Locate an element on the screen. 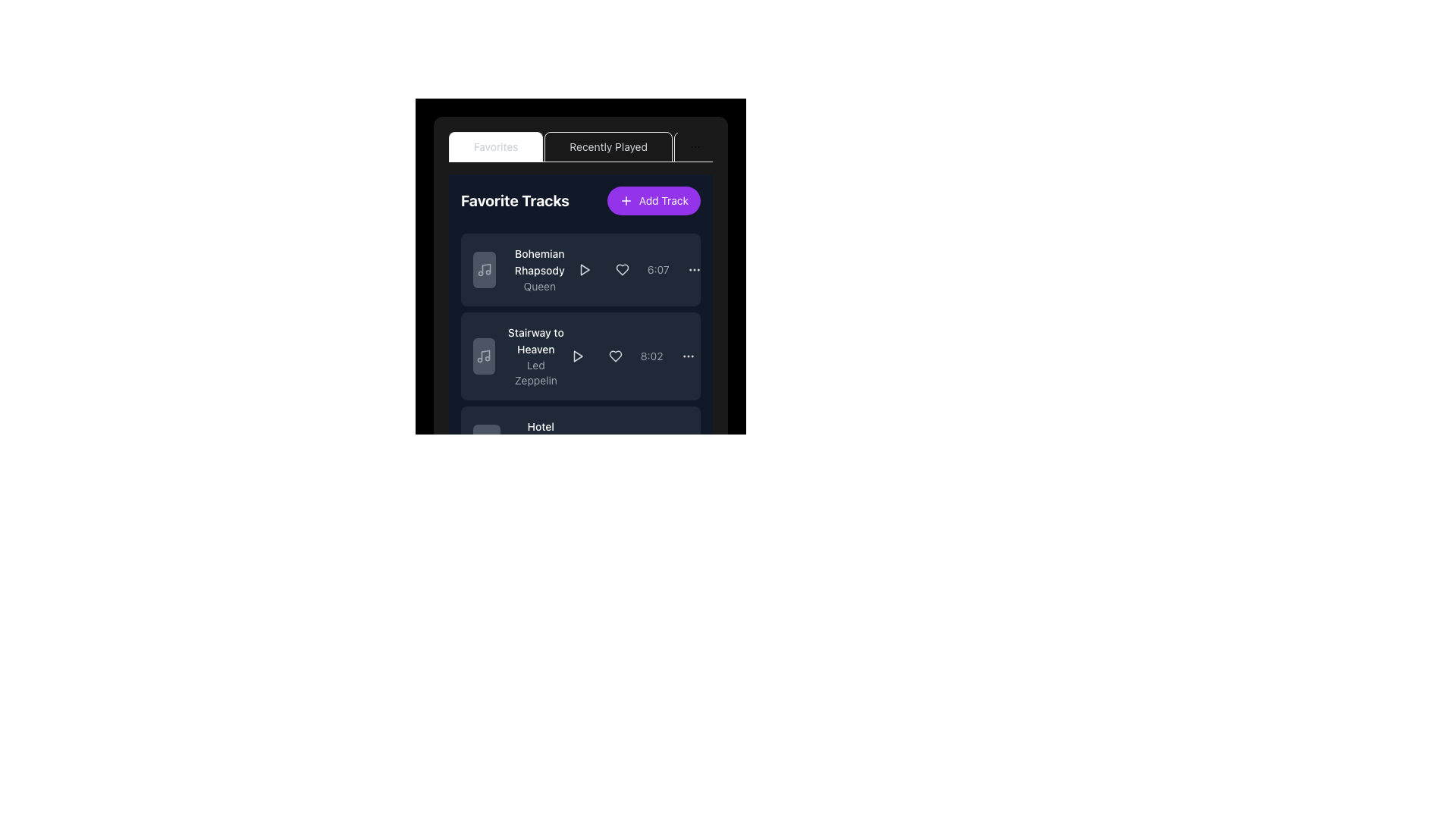 The height and width of the screenshot is (819, 1456). the first tab in the horizontal tab bar is located at coordinates (496, 146).